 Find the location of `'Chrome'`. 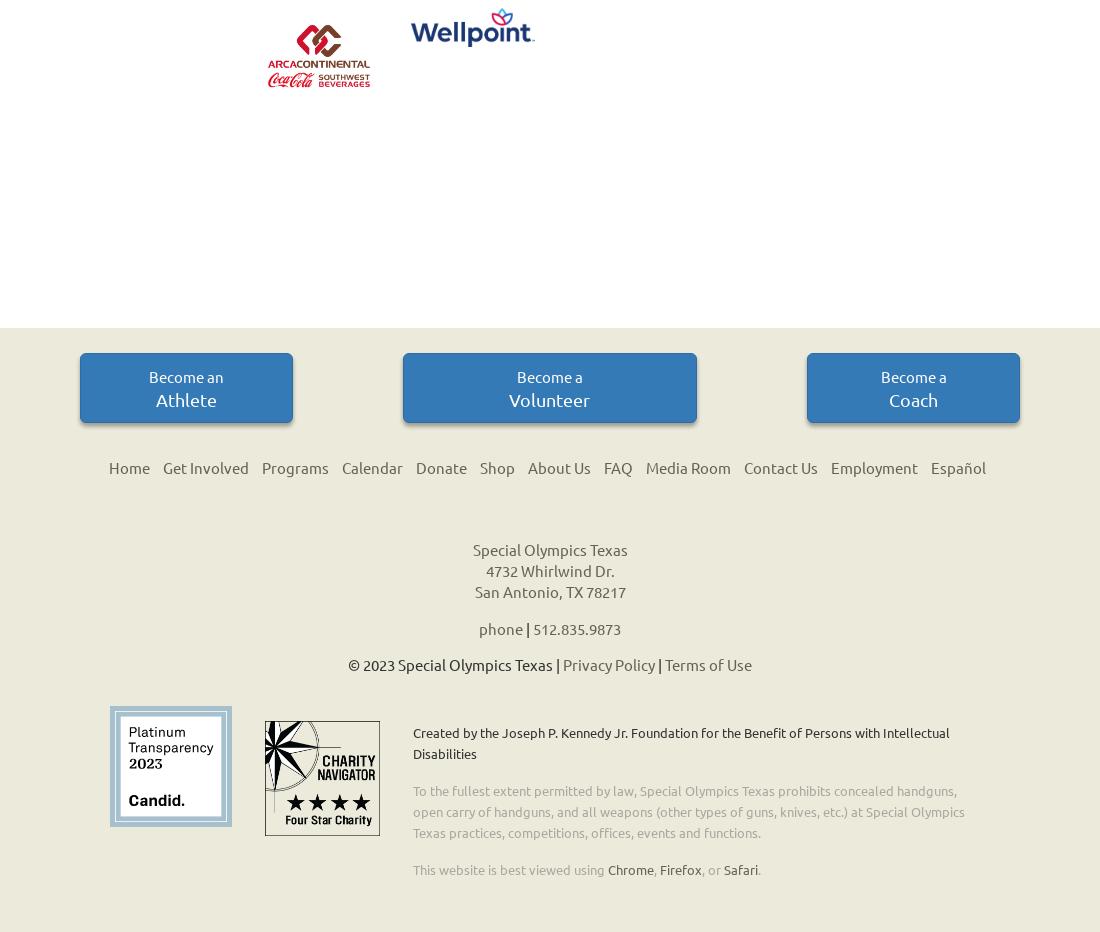

'Chrome' is located at coordinates (606, 867).